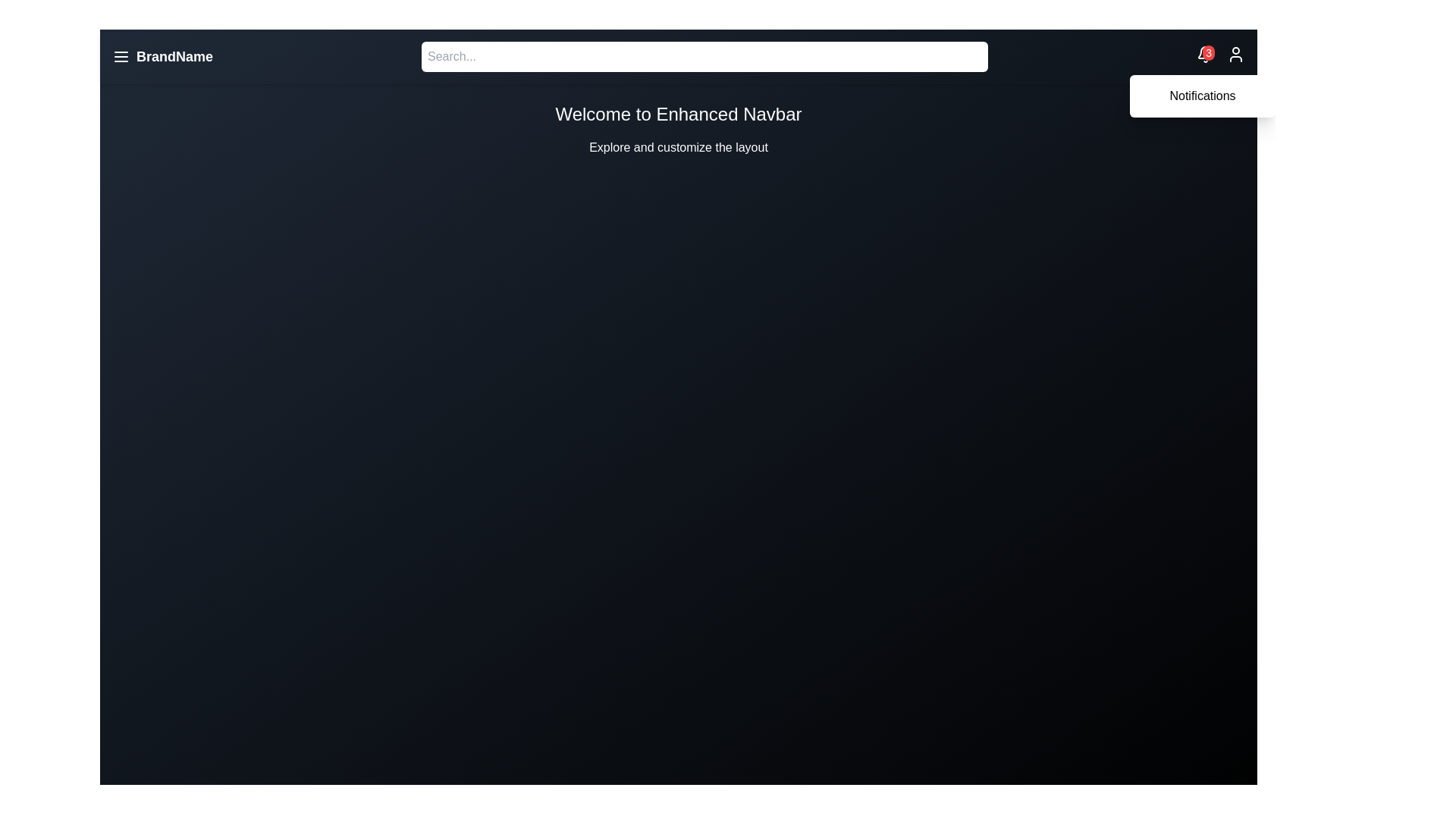  What do you see at coordinates (704, 55) in the screenshot?
I see `the search bar to focus and enable text input` at bounding box center [704, 55].